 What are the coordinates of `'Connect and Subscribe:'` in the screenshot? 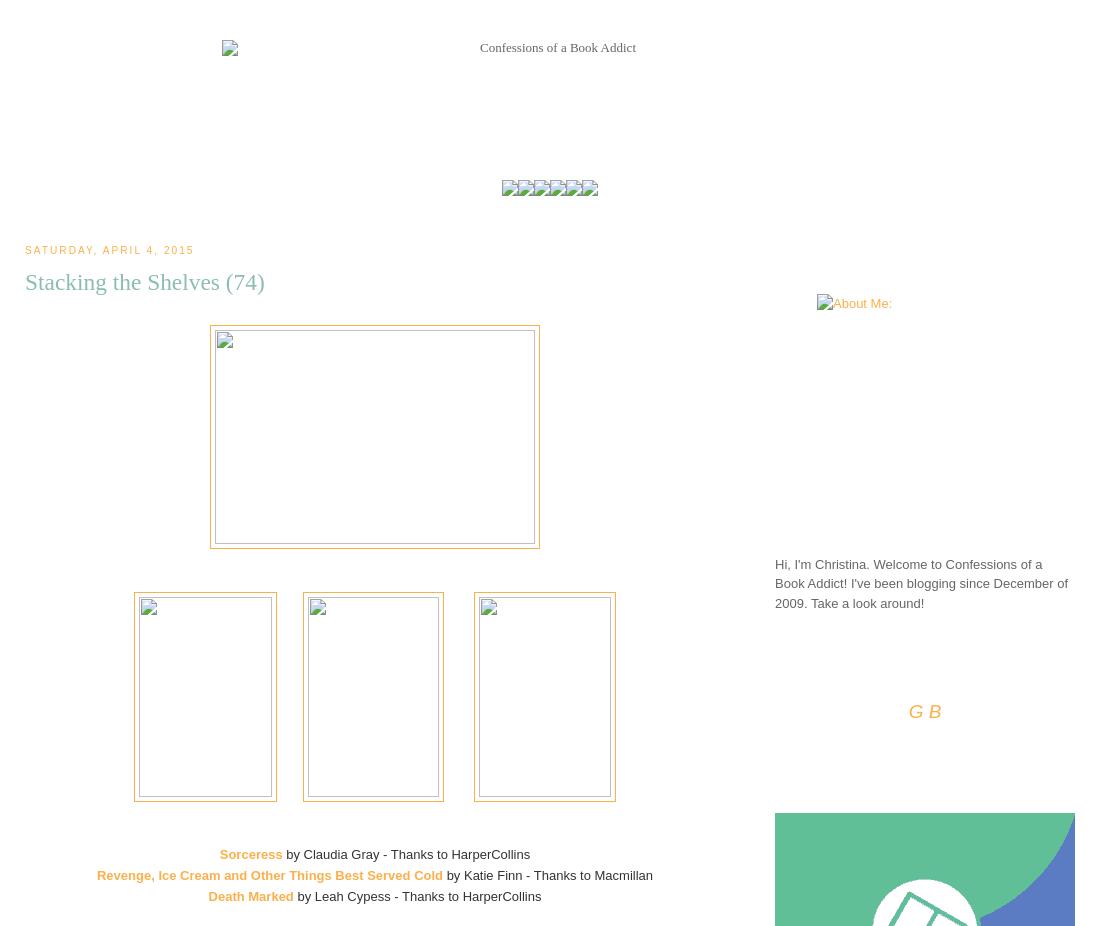 It's located at (836, 668).